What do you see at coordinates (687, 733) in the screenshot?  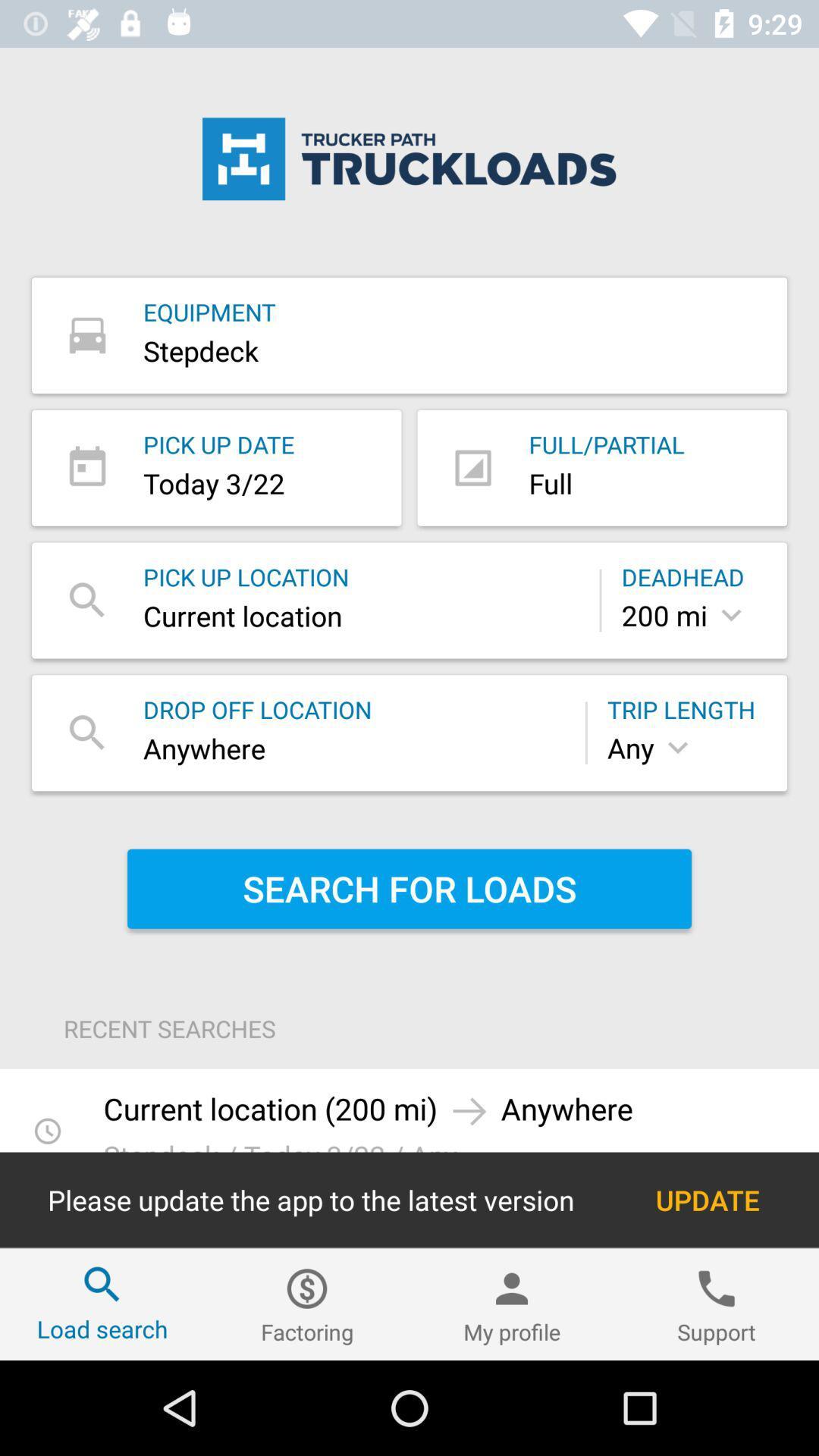 I see `button trip length and below text any followed with dropdown` at bounding box center [687, 733].